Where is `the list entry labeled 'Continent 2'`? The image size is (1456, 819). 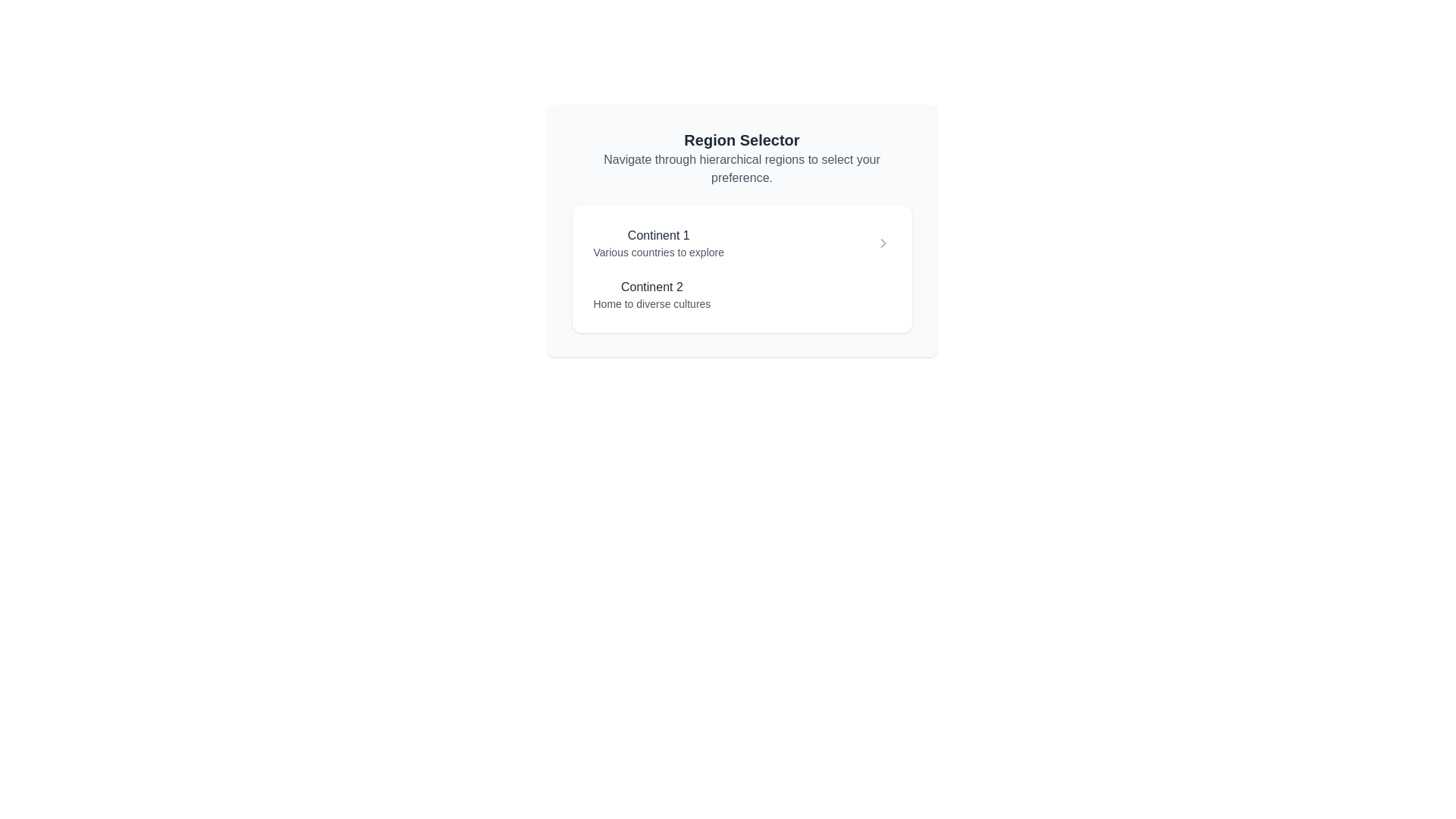
the list entry labeled 'Continent 2' is located at coordinates (651, 295).